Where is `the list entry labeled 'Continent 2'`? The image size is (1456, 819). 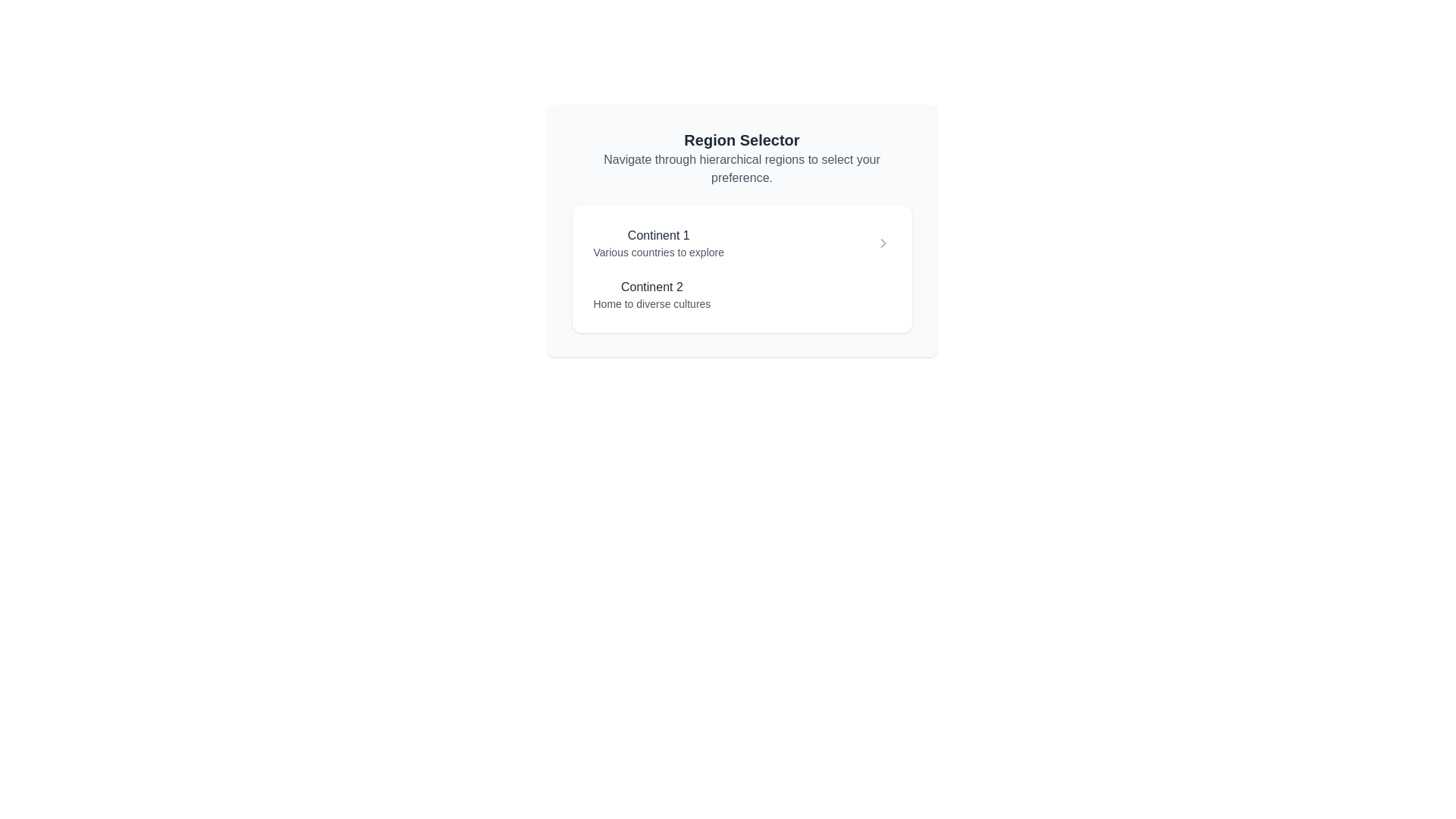
the list entry labeled 'Continent 2' is located at coordinates (651, 295).